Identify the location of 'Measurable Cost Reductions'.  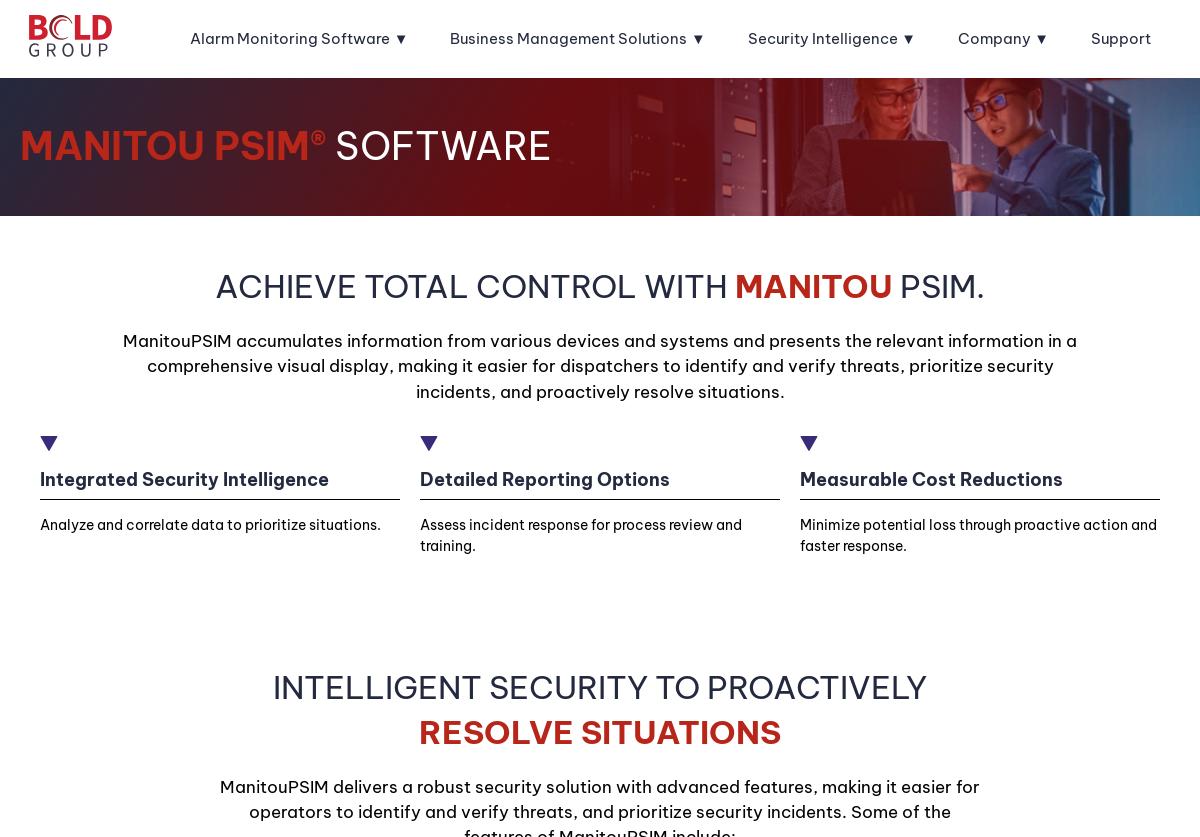
(930, 477).